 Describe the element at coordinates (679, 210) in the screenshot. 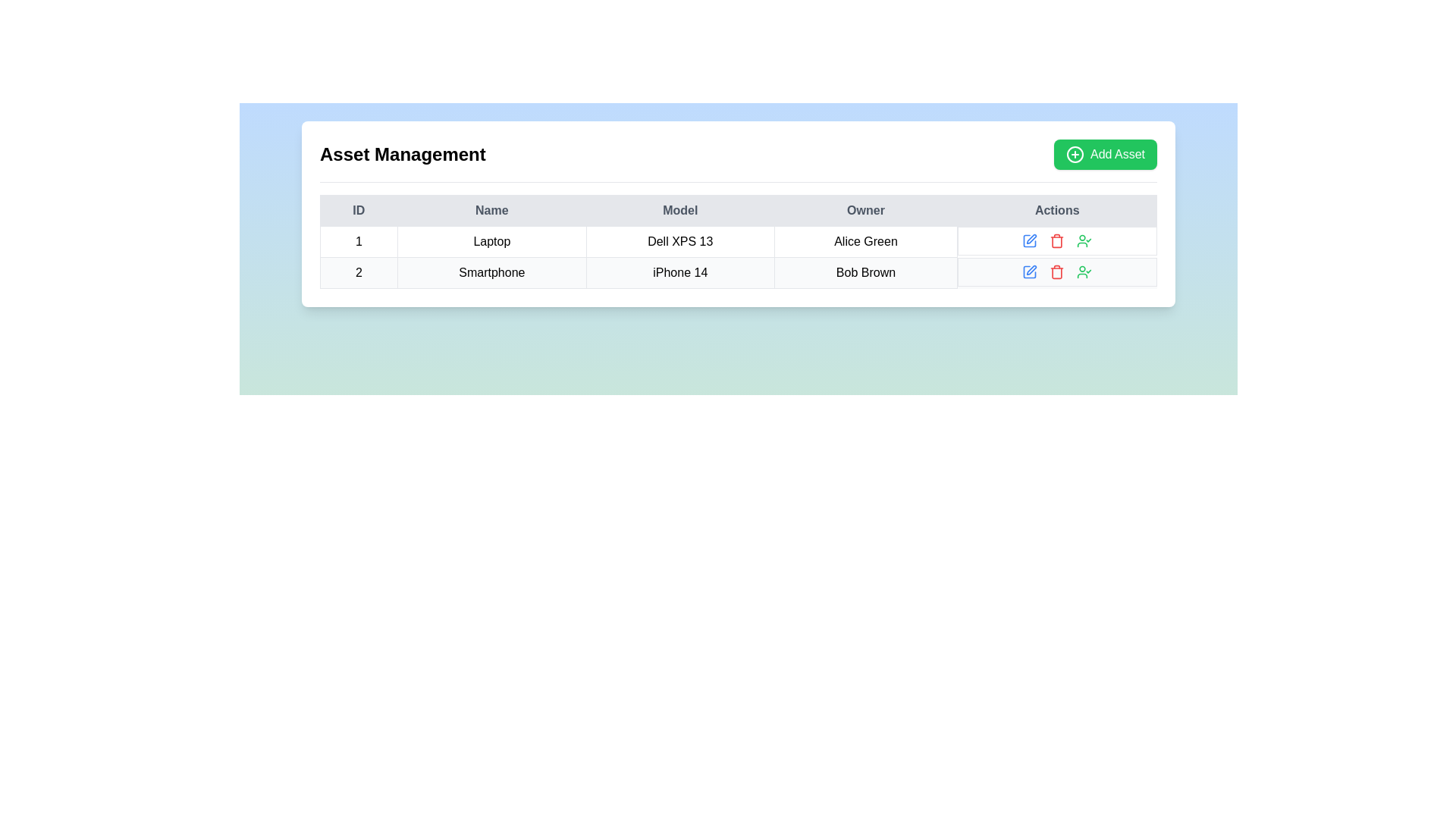

I see `the 'Model' text label in the table header, which is styled with a minimalist design and located in the third column of the header row` at that location.